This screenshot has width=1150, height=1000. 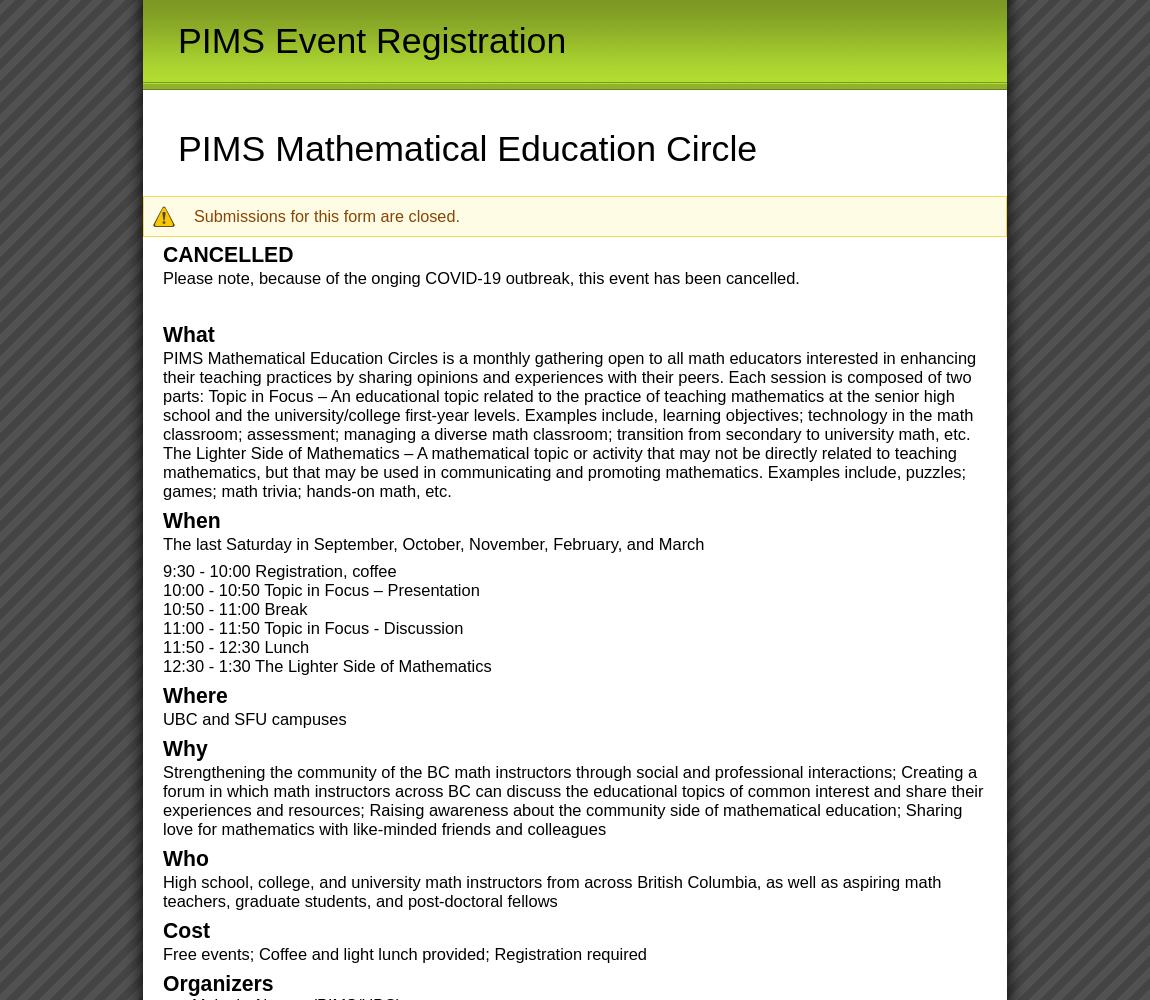 What do you see at coordinates (569, 424) in the screenshot?
I see `'PIMS Mathematical Education Circles is a monthly gathering open to all math educators interested in enhancing their teaching practices by sharing opinions and experiences with their peers. Each session is composed of two parts: Topic in Focus – An educational topic related to the practice of teaching mathematics at the senior high school and the university/college first-year levels. Examples include, learning objectives; technology in the math classroom; assessment; managing a diverse math classroom; transition from secondary to university math, etc. The Lighter Side of Mathematics – A mathematical topic or activity that may not be directly related to teaching mathematics, but that may be used in communicating and promoting mathematics. Examples include, puzzles; games; math trivia; hands-on math, etc.'` at bounding box center [569, 424].